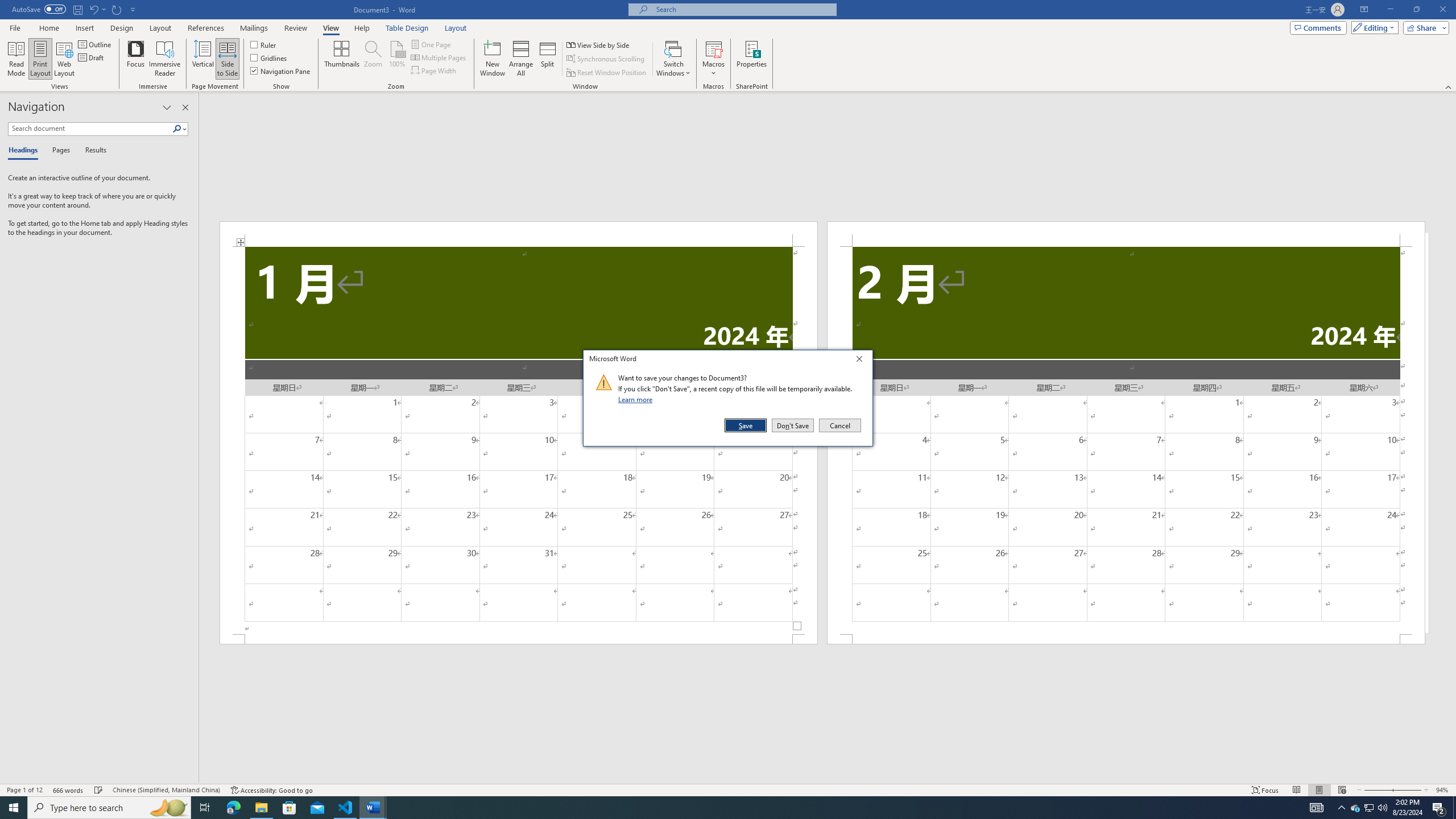 The image size is (1456, 819). I want to click on 'View Side by Side', so click(598, 44).